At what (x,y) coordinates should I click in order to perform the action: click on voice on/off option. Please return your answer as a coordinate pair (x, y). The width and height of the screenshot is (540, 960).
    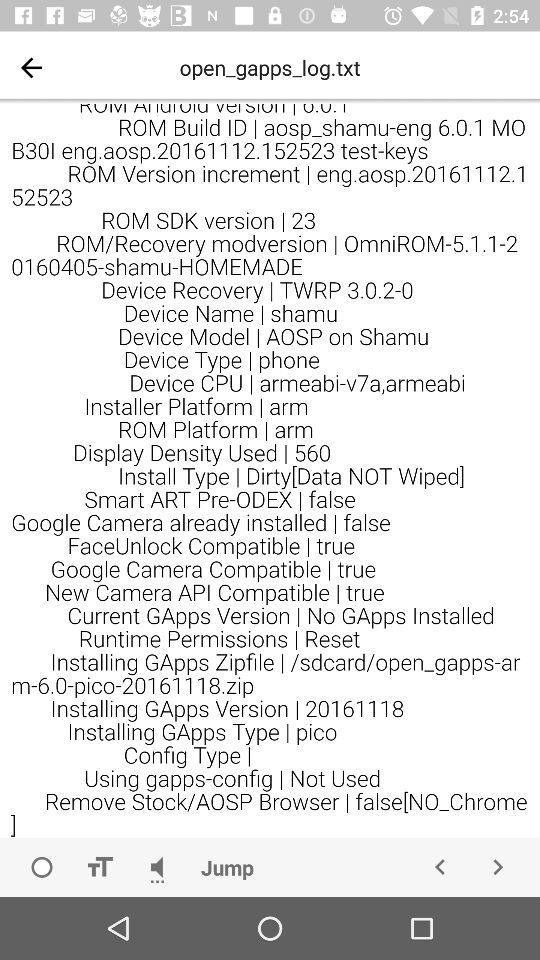
    Looking at the image, I should click on (156, 866).